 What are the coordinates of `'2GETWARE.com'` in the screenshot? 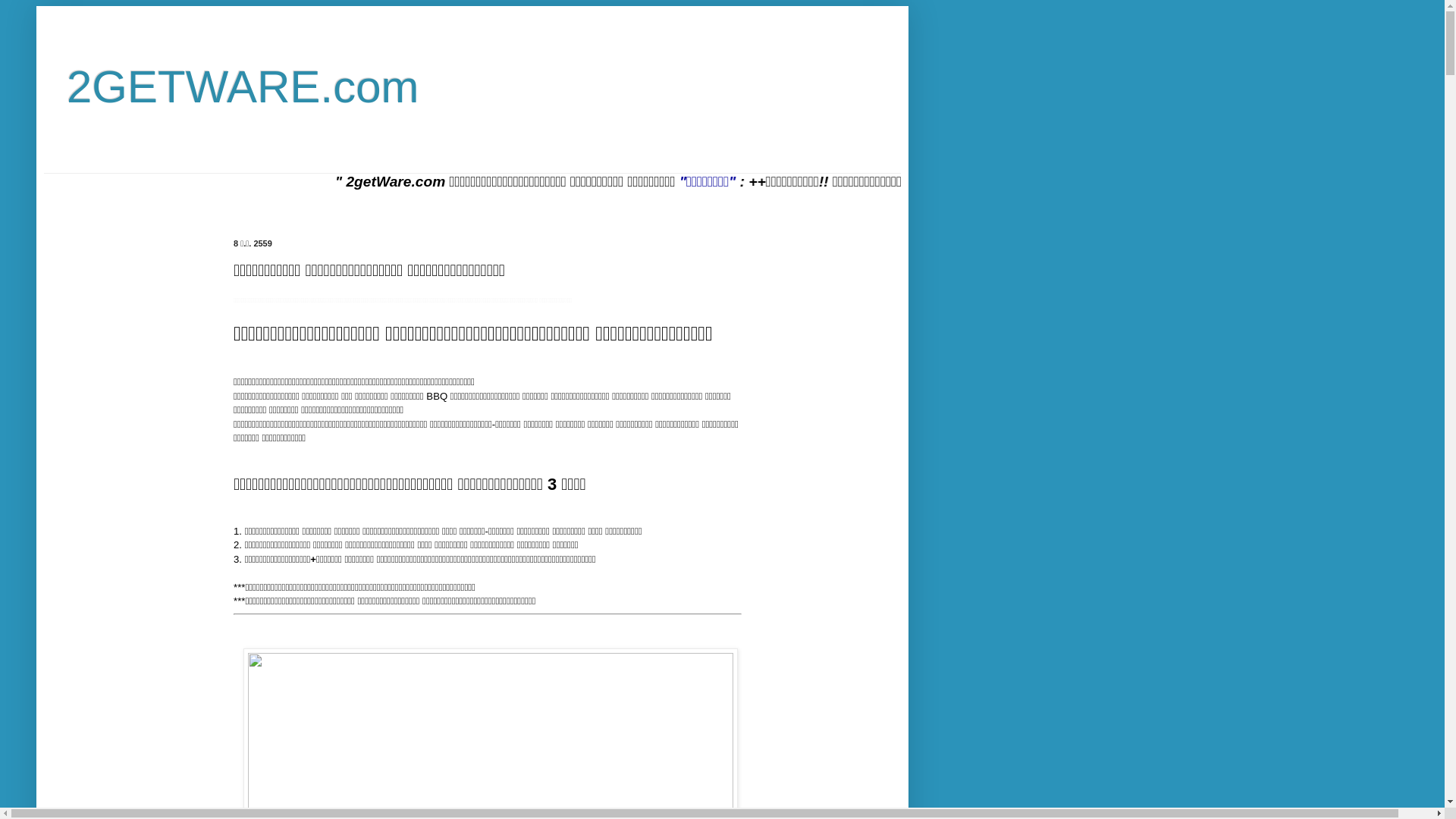 It's located at (243, 86).